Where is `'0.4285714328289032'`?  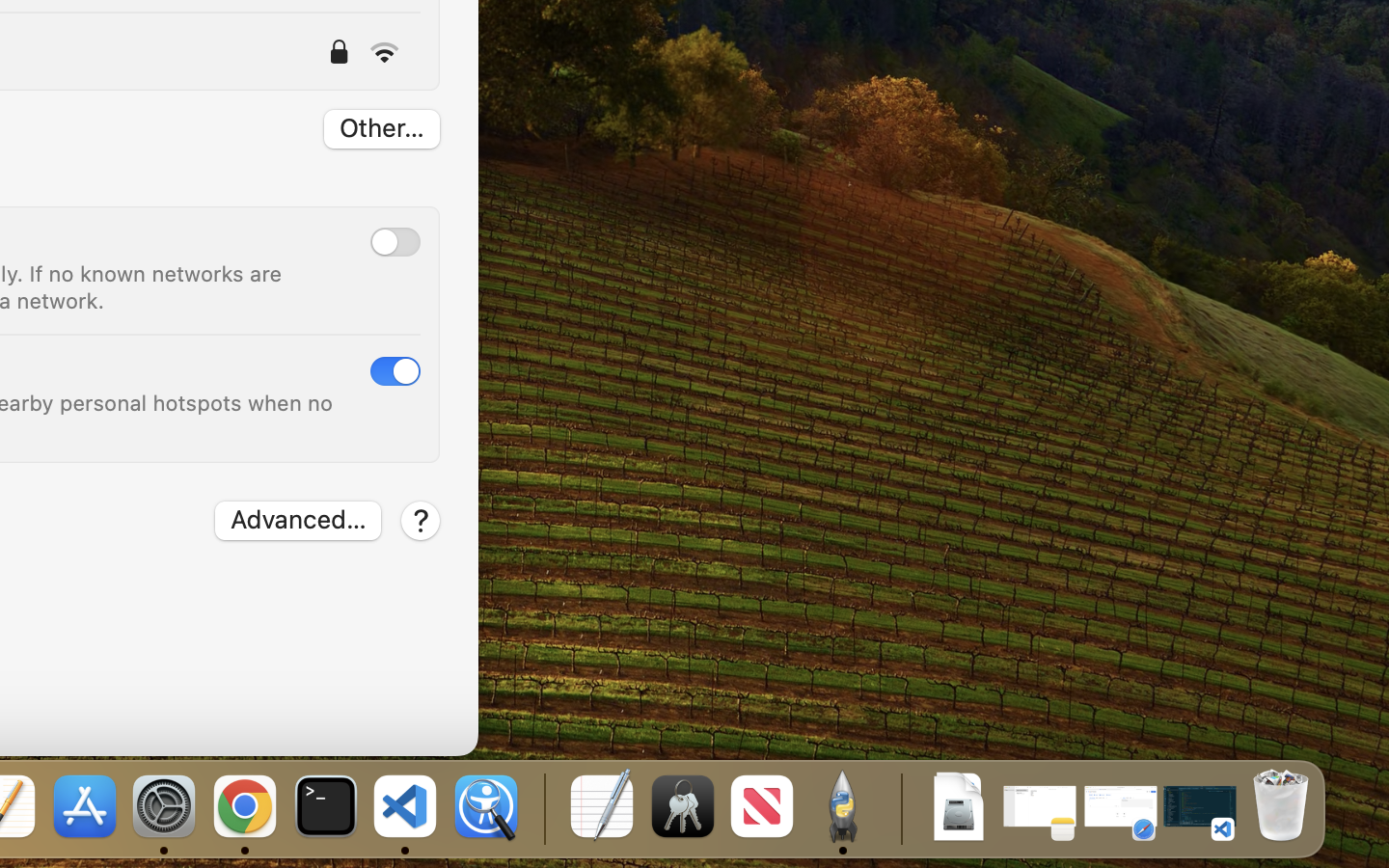 '0.4285714328289032' is located at coordinates (542, 807).